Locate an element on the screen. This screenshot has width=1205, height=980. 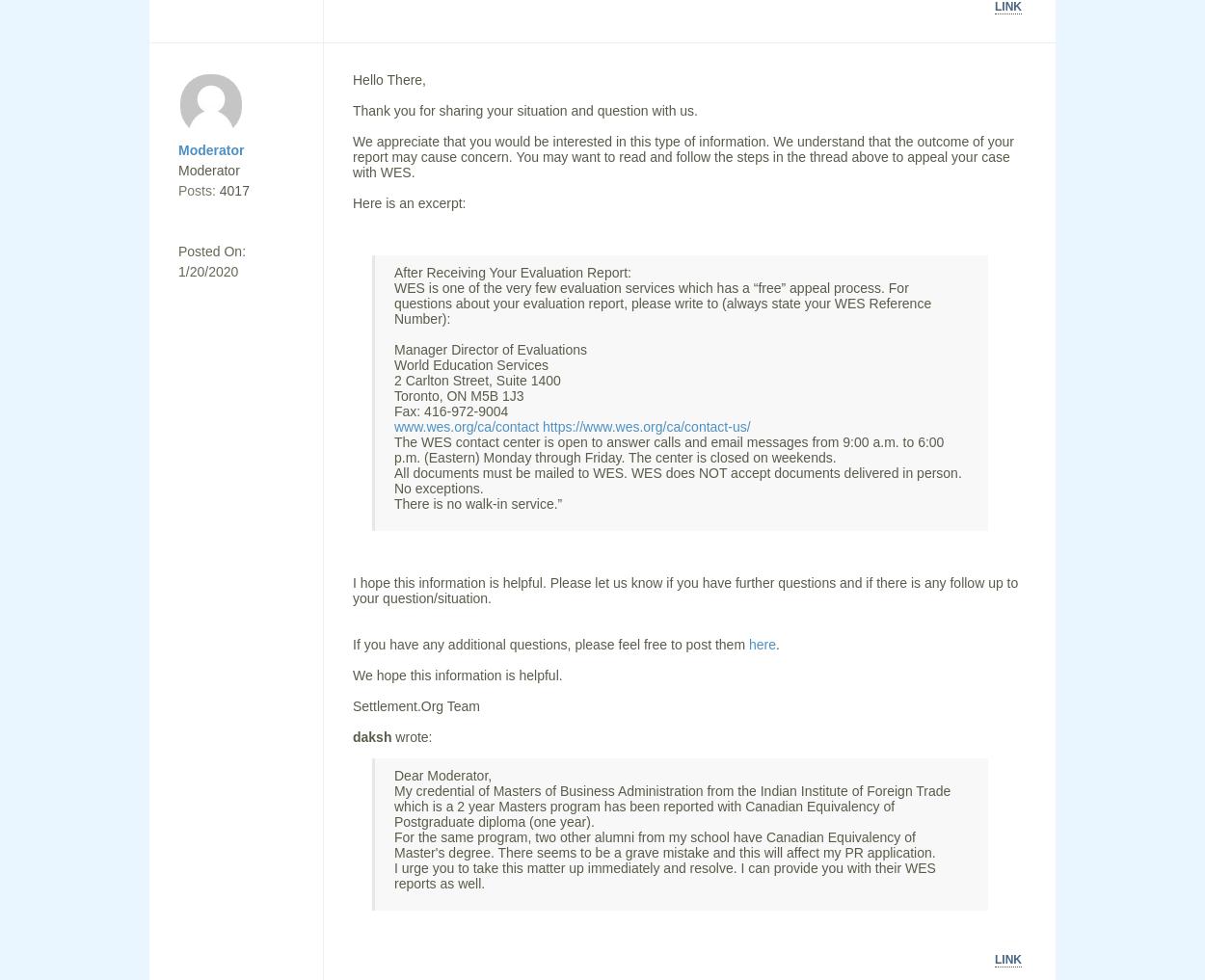
'.' is located at coordinates (777, 644).